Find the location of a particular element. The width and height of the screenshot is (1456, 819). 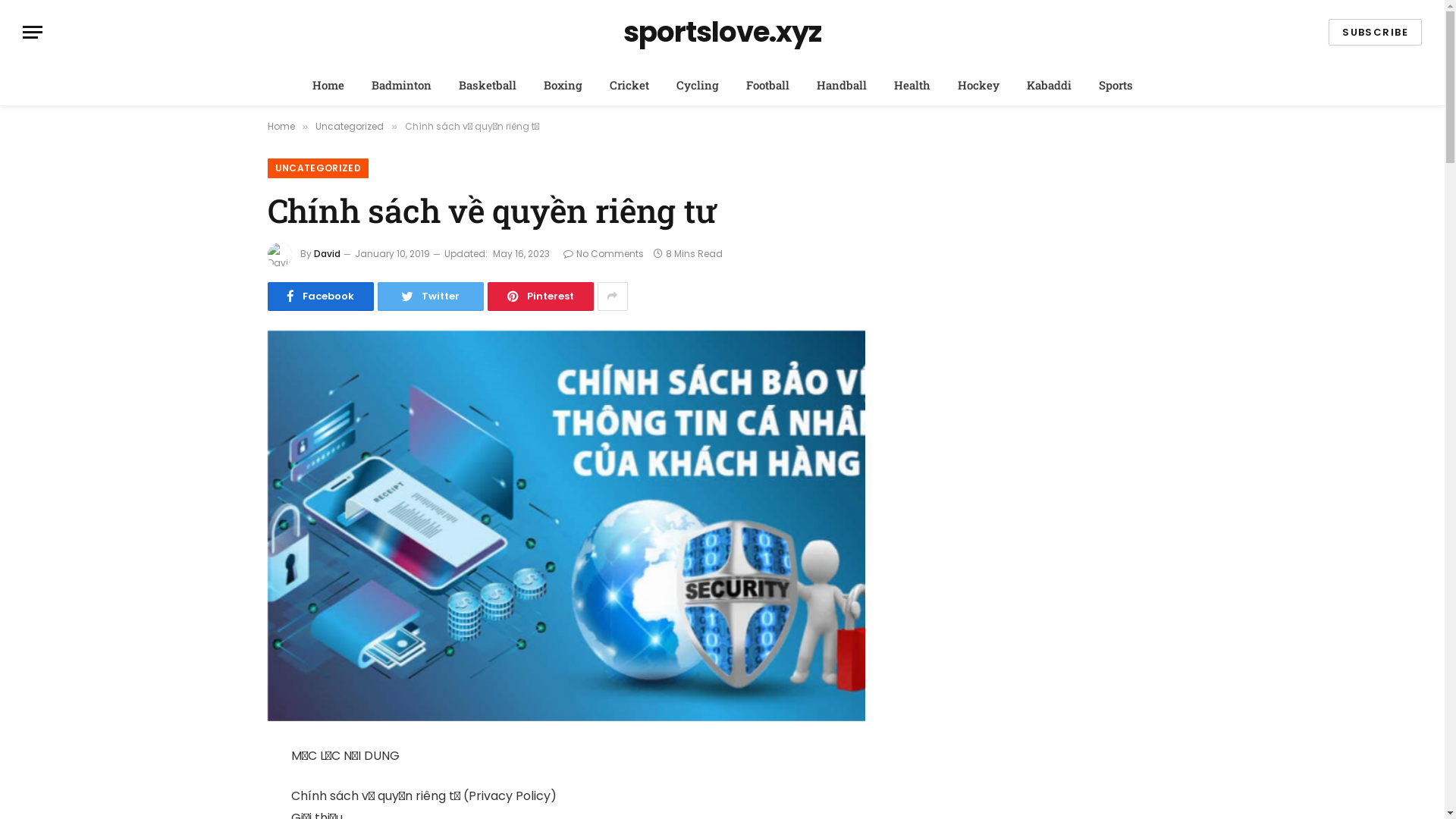

'Boxing' is located at coordinates (561, 84).